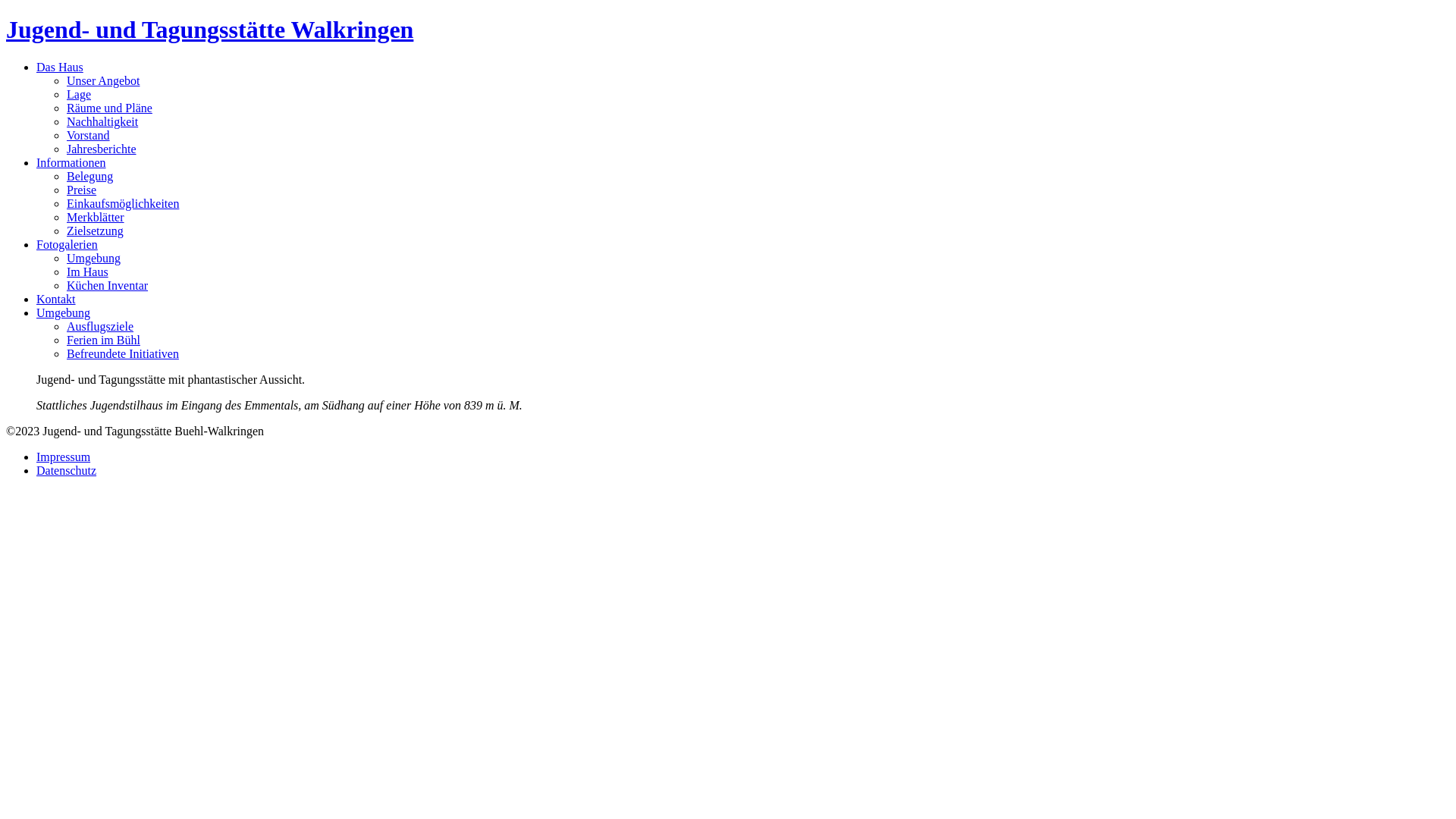 This screenshot has height=819, width=1456. I want to click on 'Im Haus', so click(86, 271).